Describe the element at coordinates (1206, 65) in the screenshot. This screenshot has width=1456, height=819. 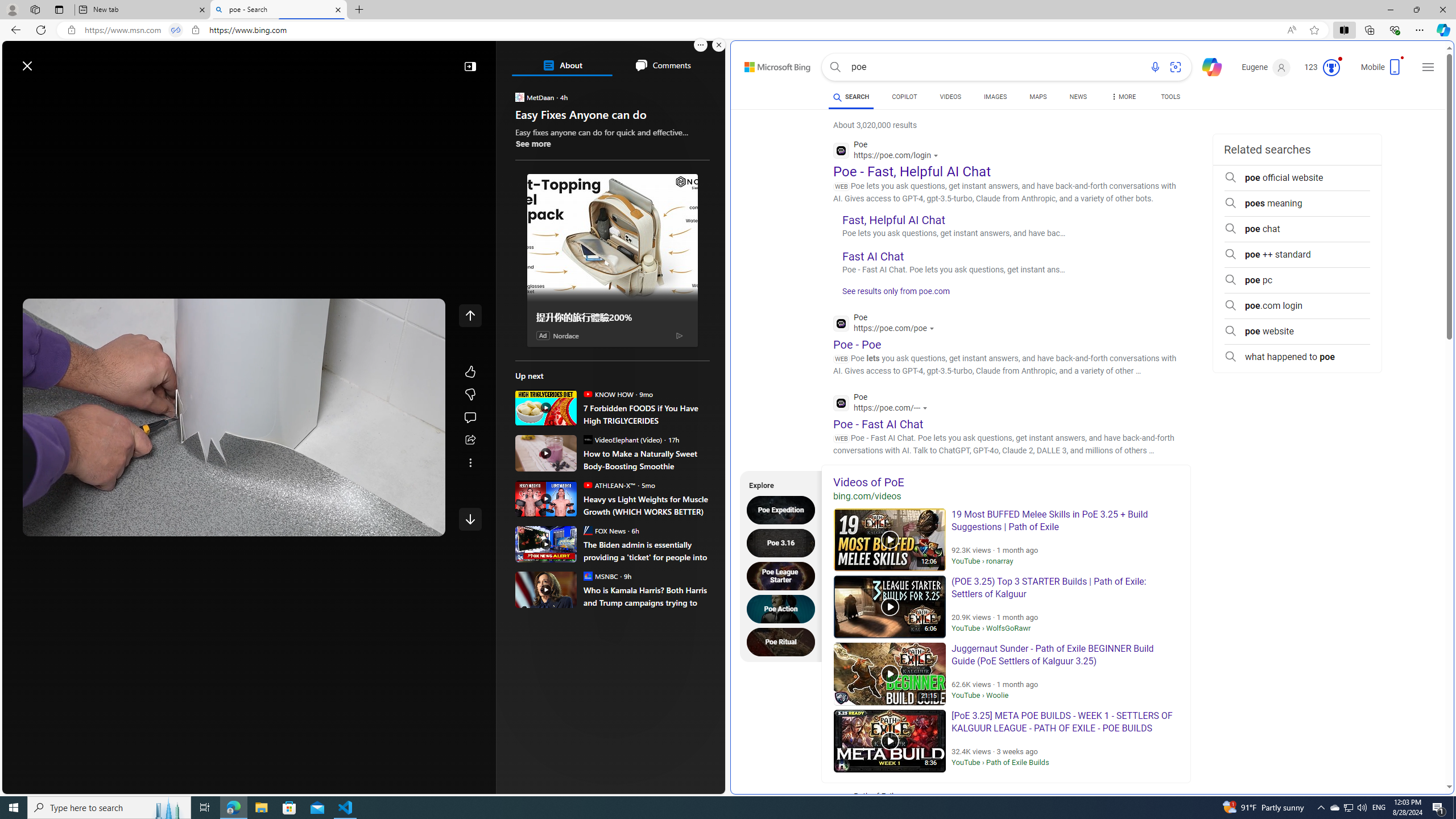
I see `'Chat'` at that location.